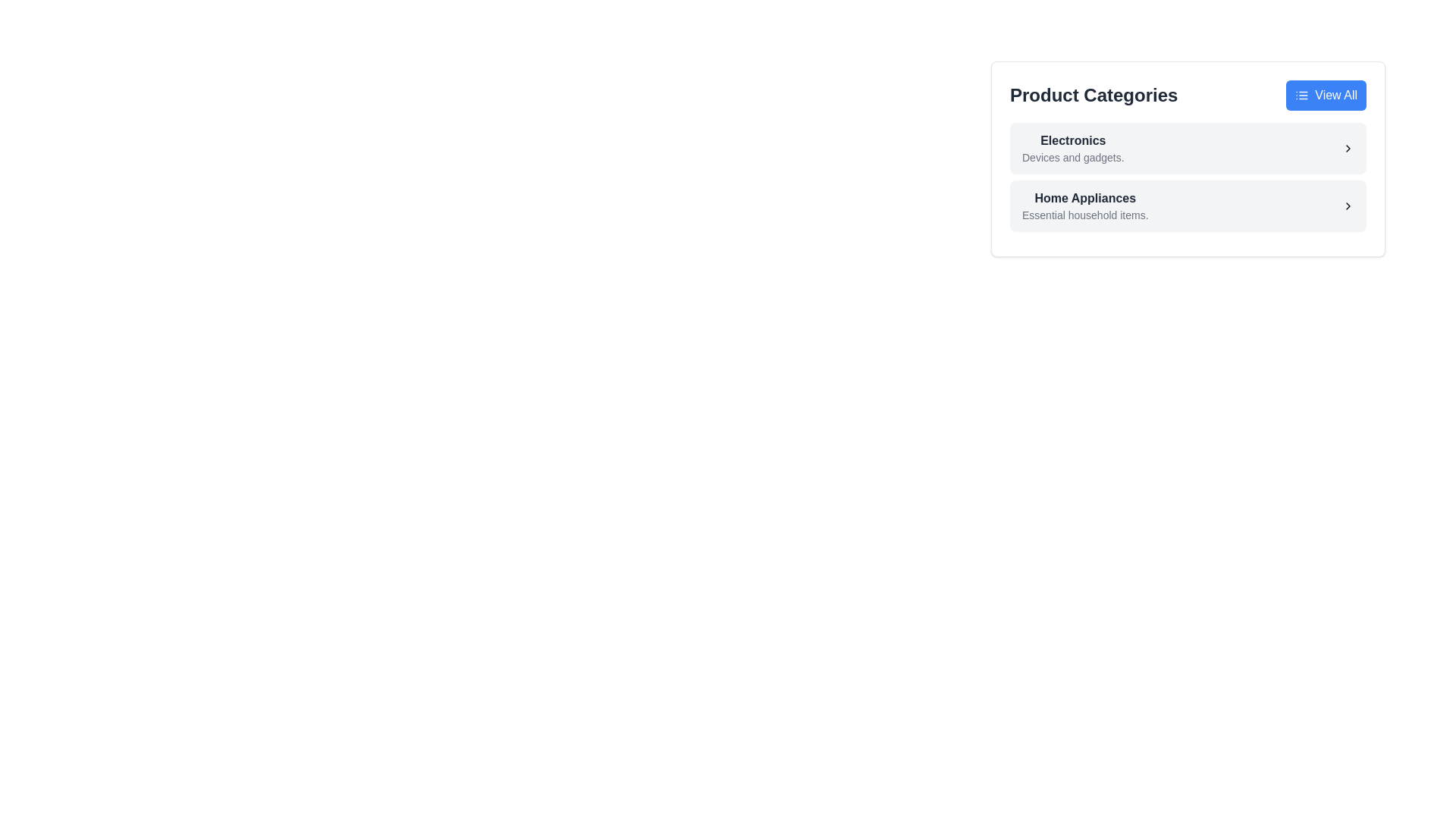  Describe the element at coordinates (1301, 96) in the screenshot. I see `the 'View All' button located in the top-right corner of the 'Product Categories' card, which contains the blue SVG icon shaped like a list representation with three horizontal bars and dots aligned vertically` at that location.